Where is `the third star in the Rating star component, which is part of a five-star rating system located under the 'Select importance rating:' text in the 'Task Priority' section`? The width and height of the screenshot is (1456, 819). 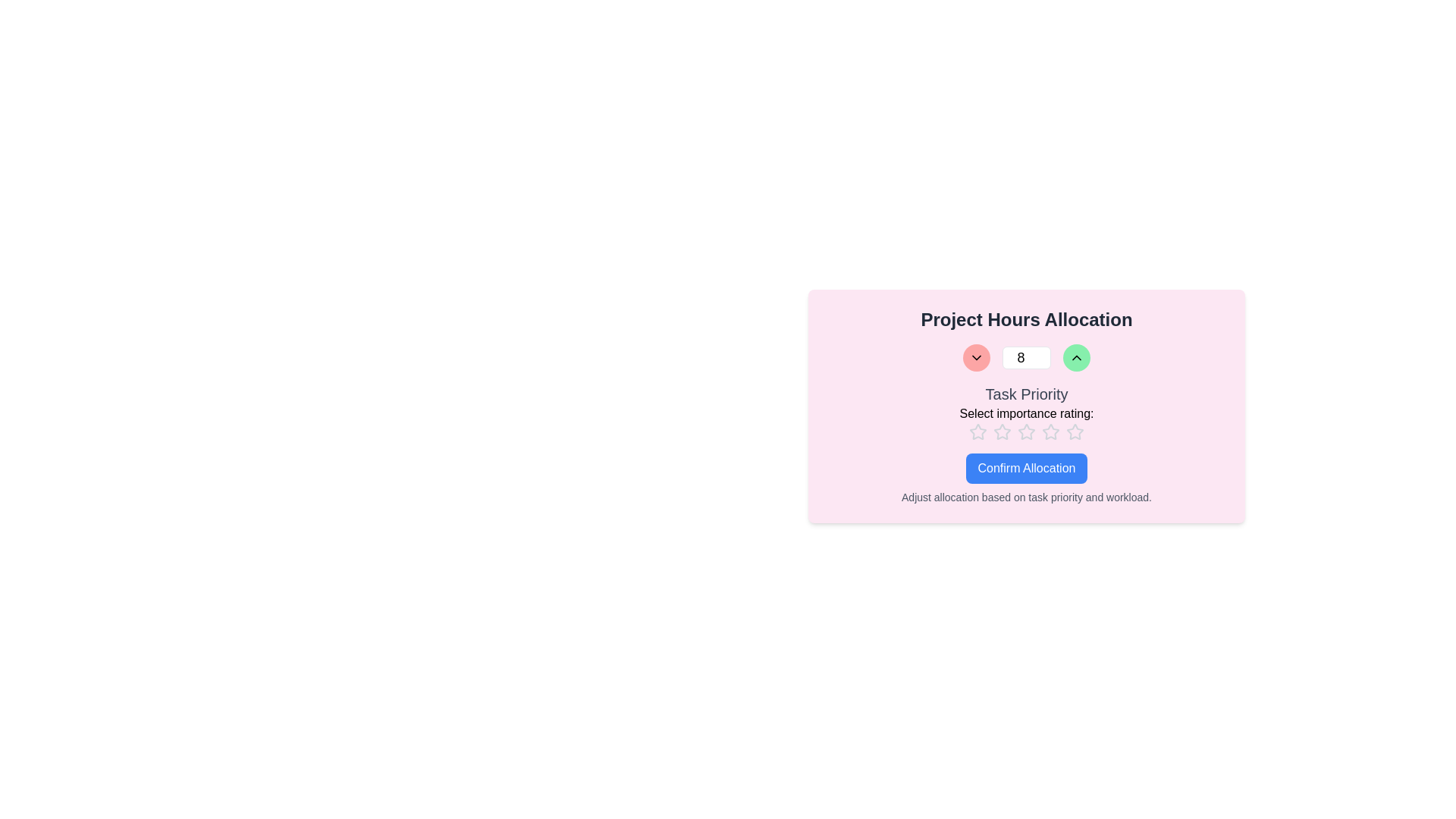 the third star in the Rating star component, which is part of a five-star rating system located under the 'Select importance rating:' text in the 'Task Priority' section is located at coordinates (1026, 432).